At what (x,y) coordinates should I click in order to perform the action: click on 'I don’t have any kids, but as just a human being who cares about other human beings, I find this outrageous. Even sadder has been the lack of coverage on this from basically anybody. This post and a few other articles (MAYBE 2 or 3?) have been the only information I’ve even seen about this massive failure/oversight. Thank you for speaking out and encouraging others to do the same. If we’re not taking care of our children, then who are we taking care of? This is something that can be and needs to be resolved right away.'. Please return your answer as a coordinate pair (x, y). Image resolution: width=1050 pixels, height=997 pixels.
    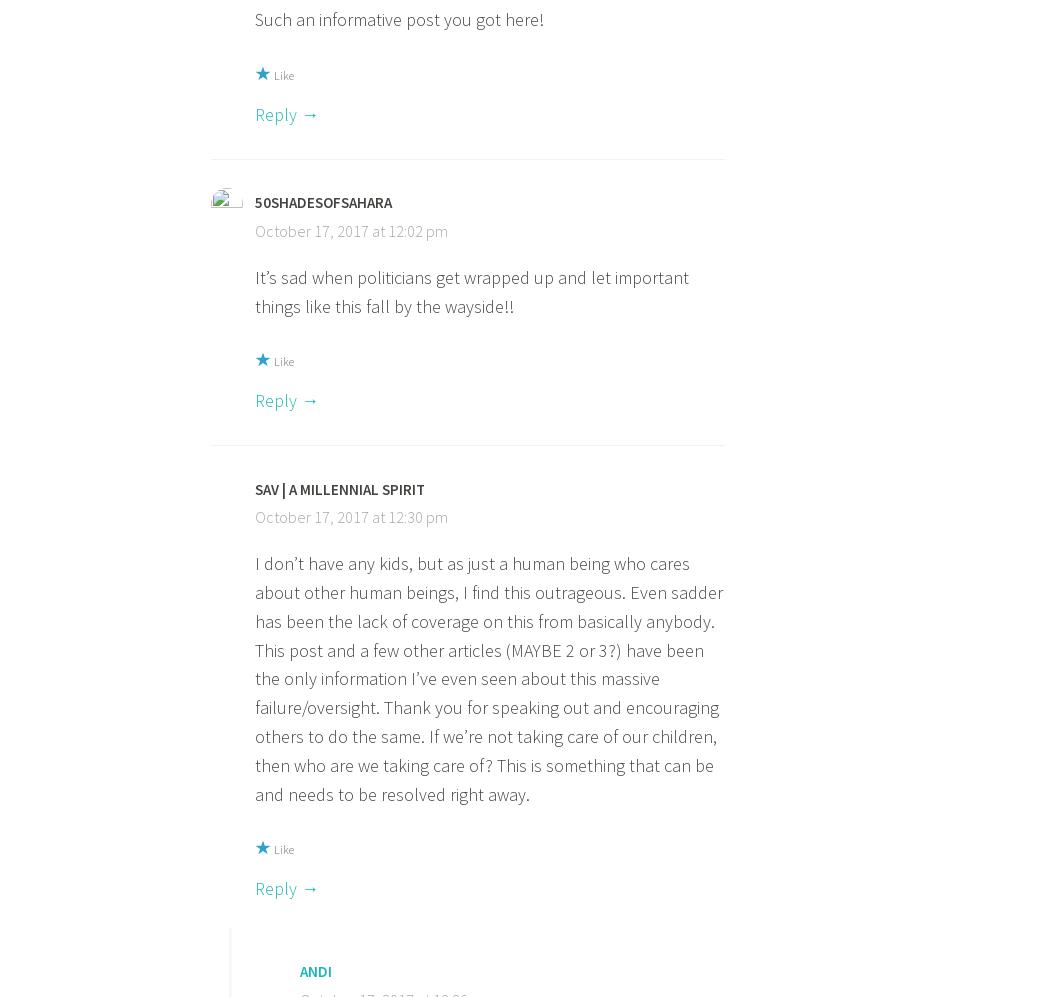
    Looking at the image, I should click on (488, 678).